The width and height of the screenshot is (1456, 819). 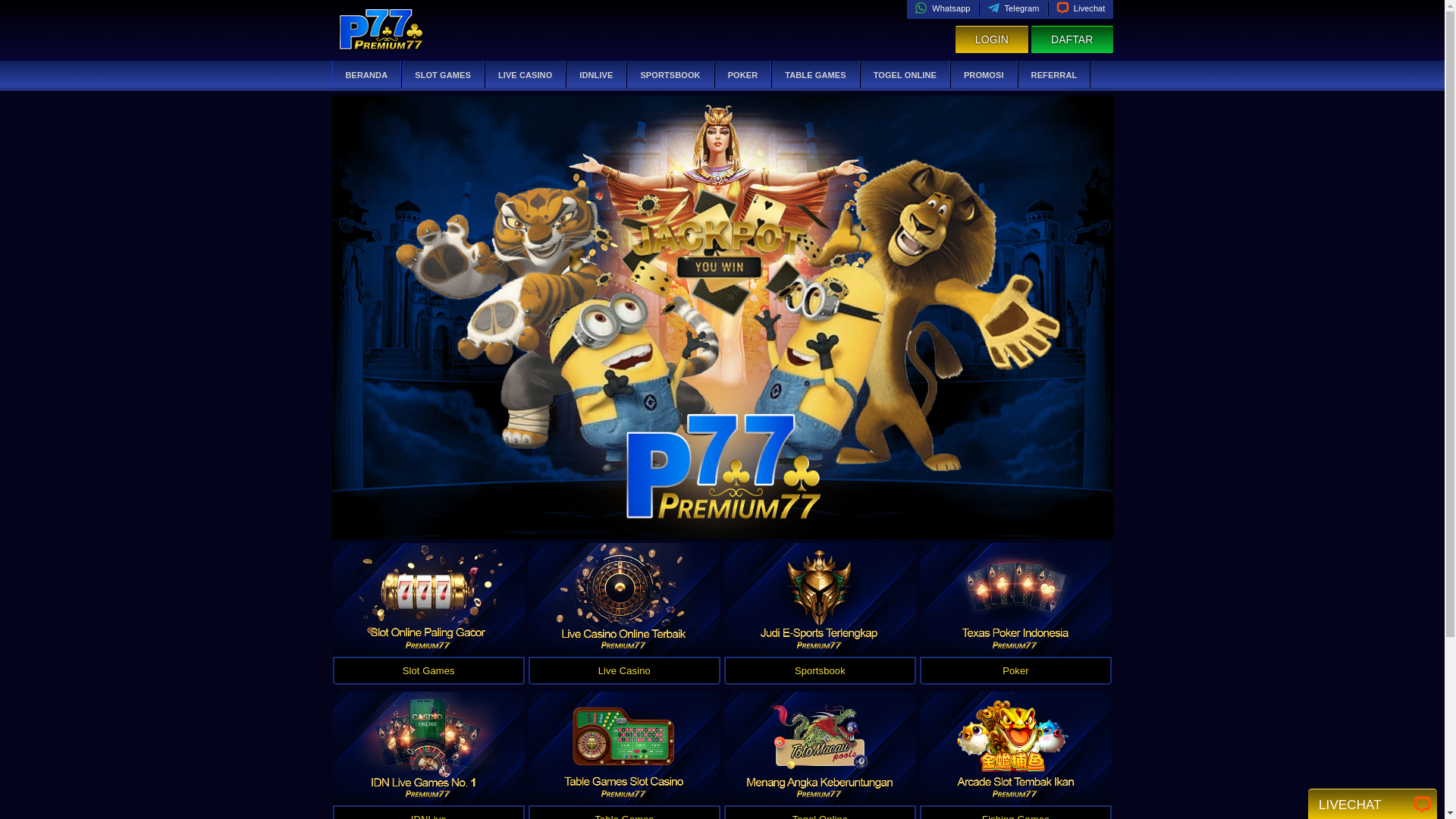 What do you see at coordinates (905, 75) in the screenshot?
I see `'TOGEL ONLINE'` at bounding box center [905, 75].